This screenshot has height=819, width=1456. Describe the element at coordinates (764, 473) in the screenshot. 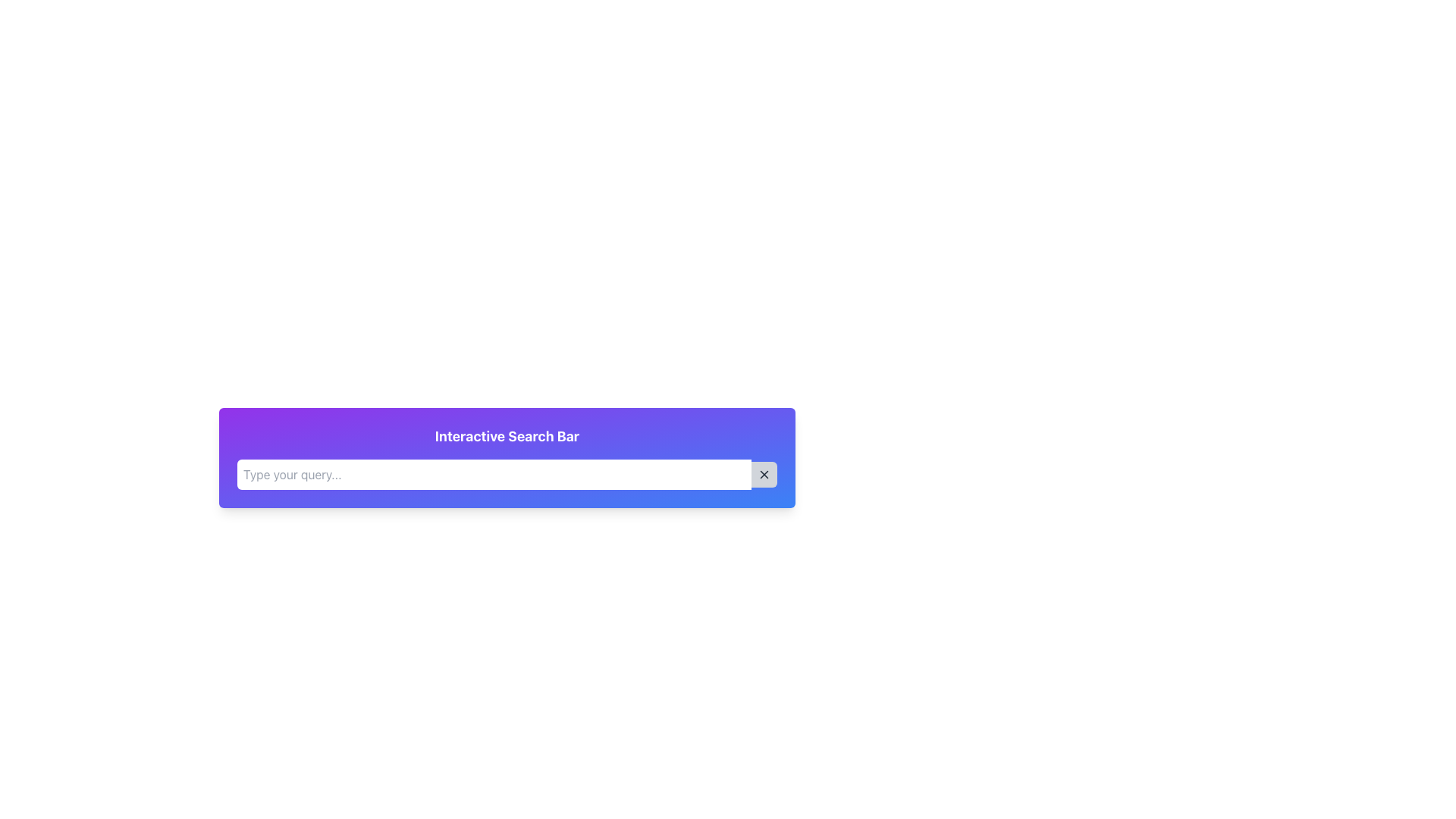

I see `the clear button located at the far-right end of the search bar layout to clear the current text in the associated input field` at that location.